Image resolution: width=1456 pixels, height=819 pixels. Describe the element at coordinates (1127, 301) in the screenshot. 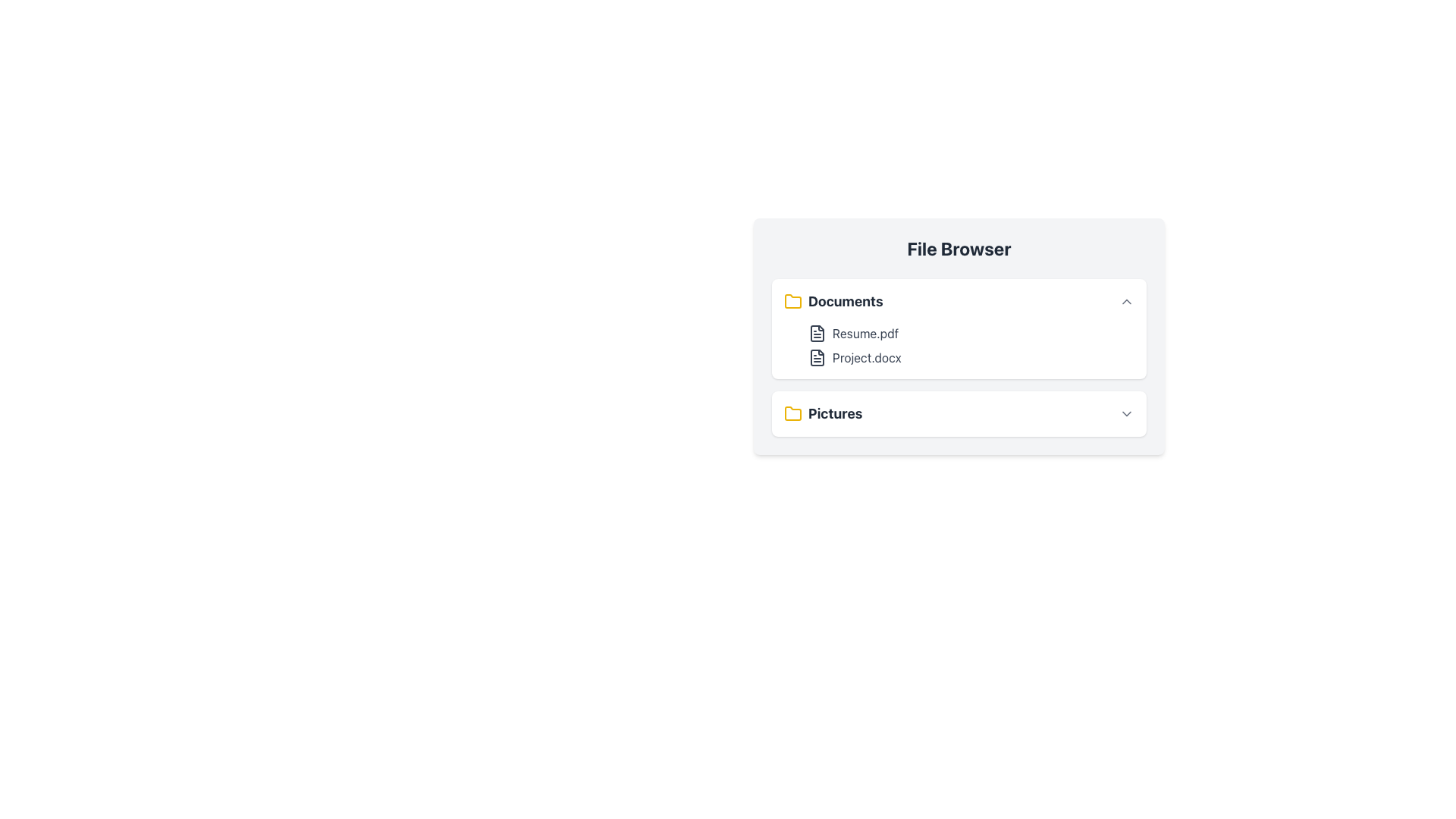

I see `the small upwards-pointing chevron icon located at the far right side of the 'Documents' section in the gray interface` at that location.